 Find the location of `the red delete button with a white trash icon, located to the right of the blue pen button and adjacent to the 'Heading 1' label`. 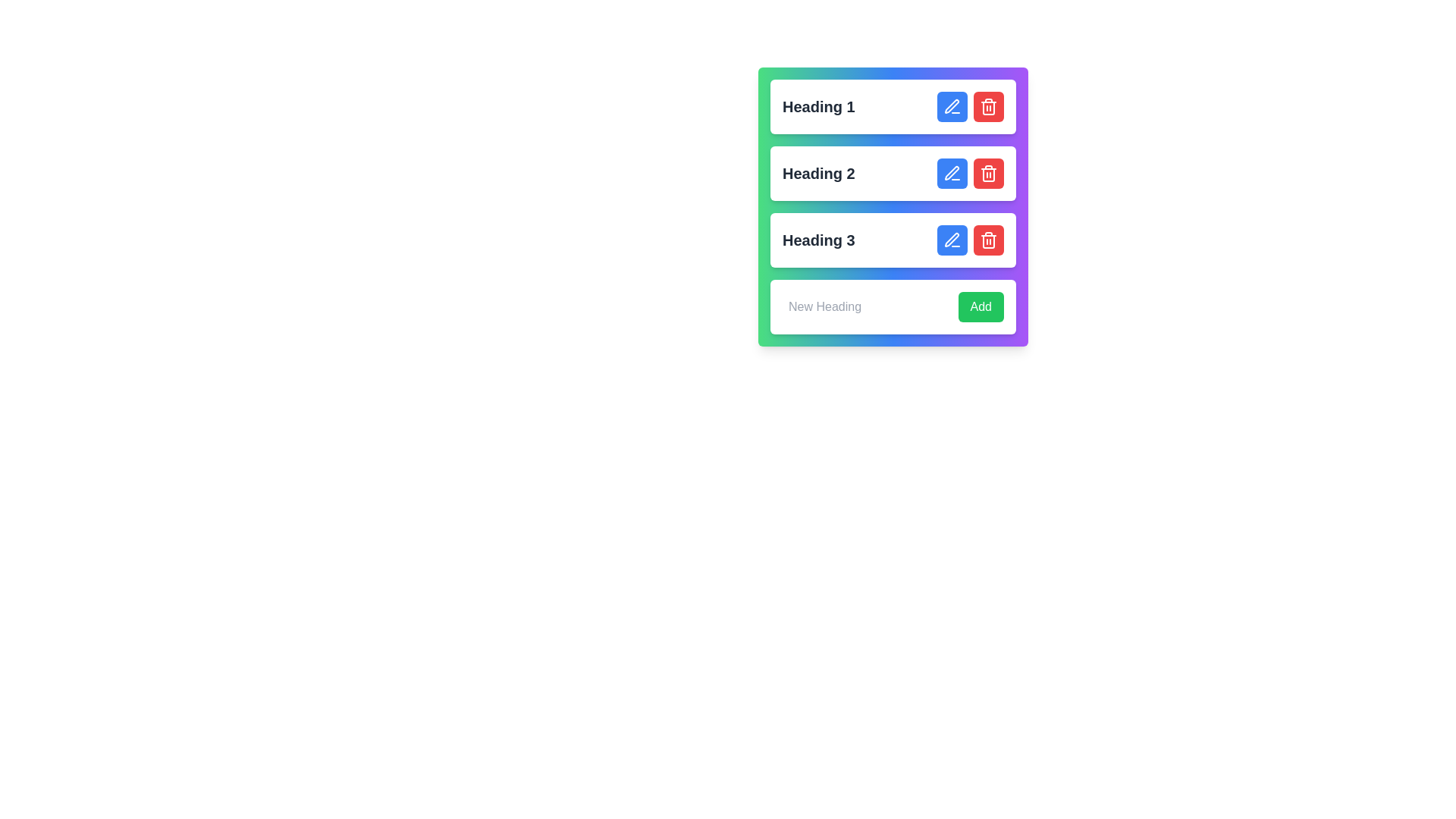

the red delete button with a white trash icon, located to the right of the blue pen button and adjacent to the 'Heading 1' label is located at coordinates (989, 106).